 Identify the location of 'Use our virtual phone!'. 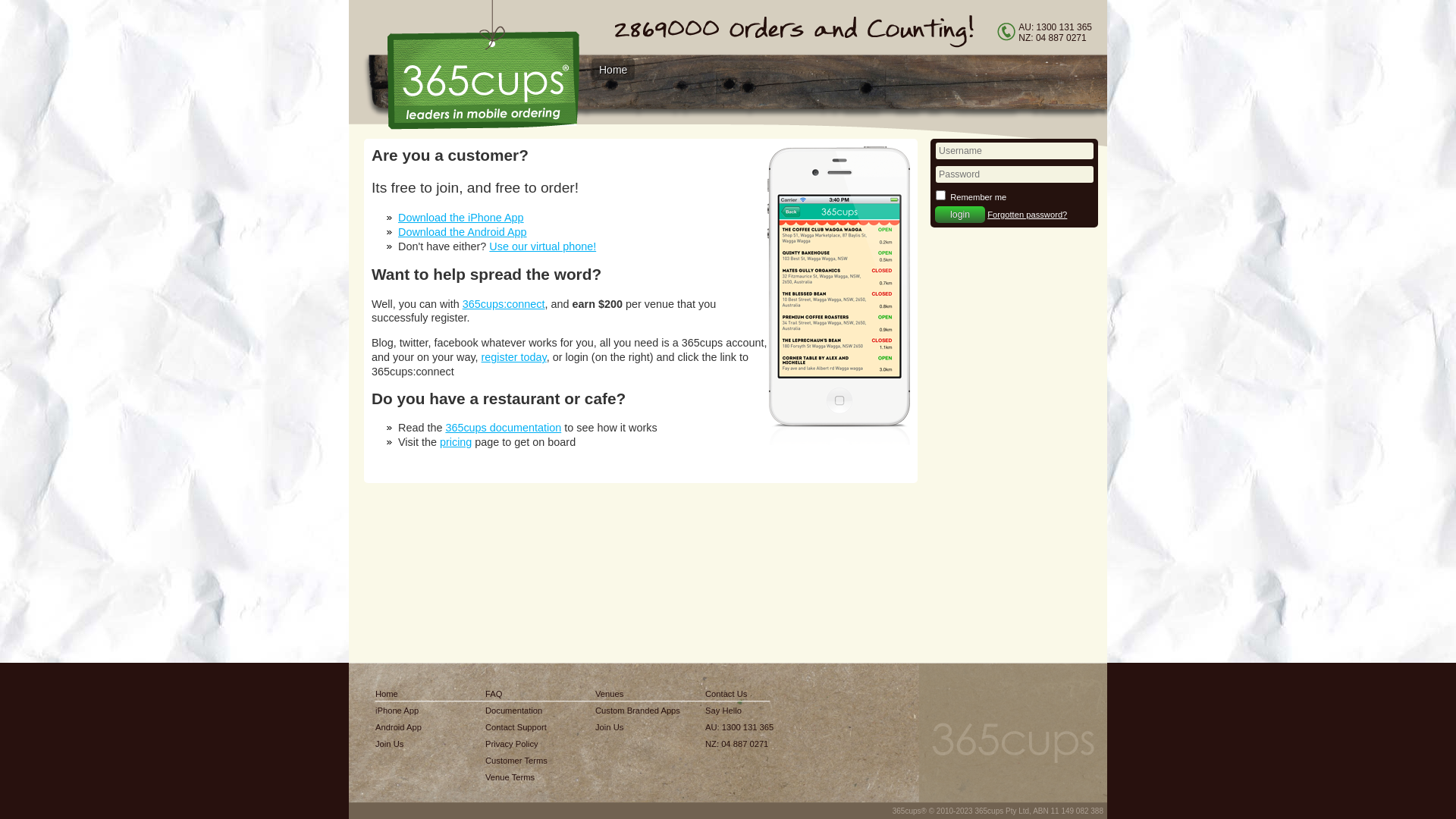
(542, 245).